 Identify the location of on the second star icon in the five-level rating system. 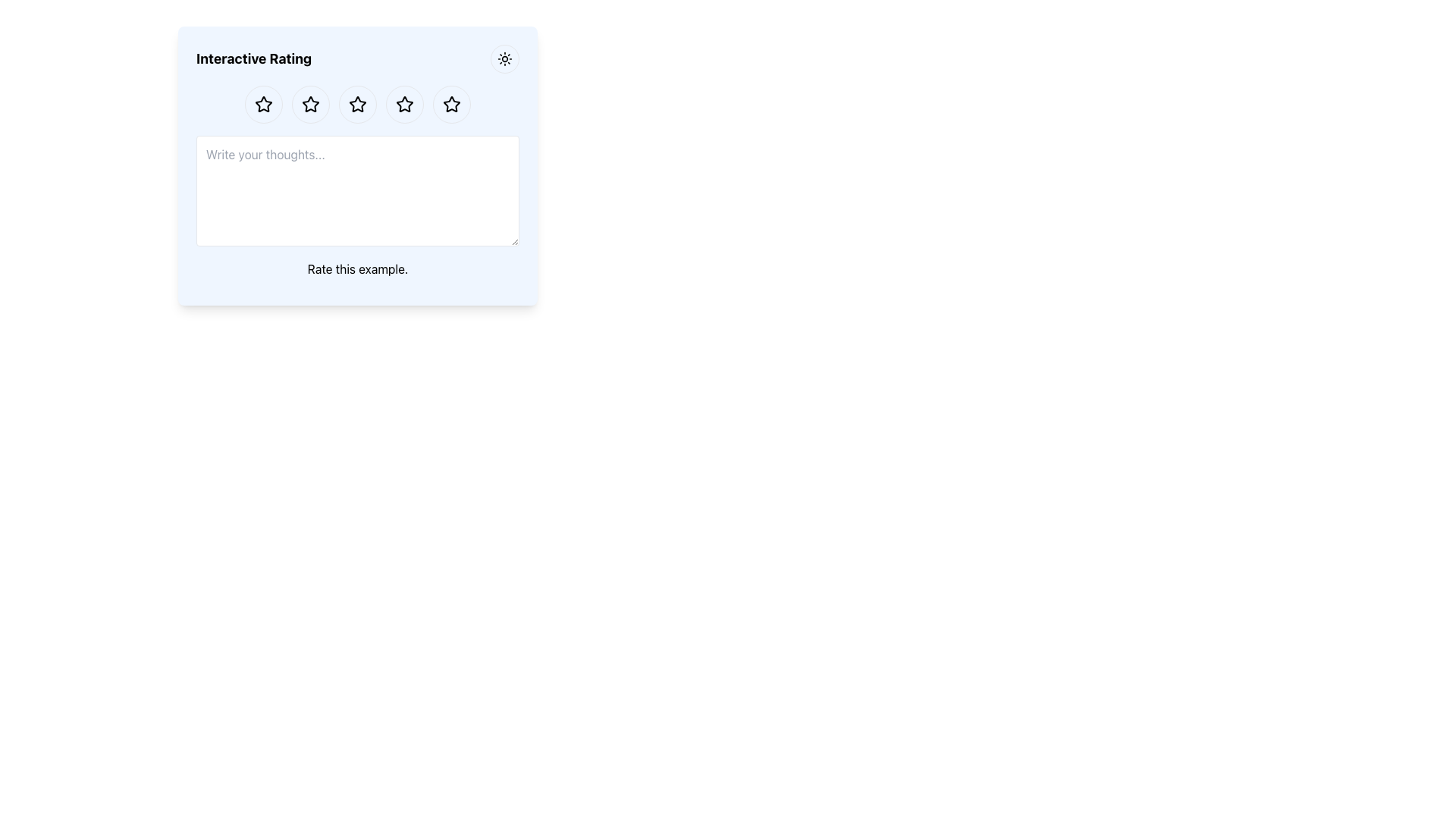
(309, 103).